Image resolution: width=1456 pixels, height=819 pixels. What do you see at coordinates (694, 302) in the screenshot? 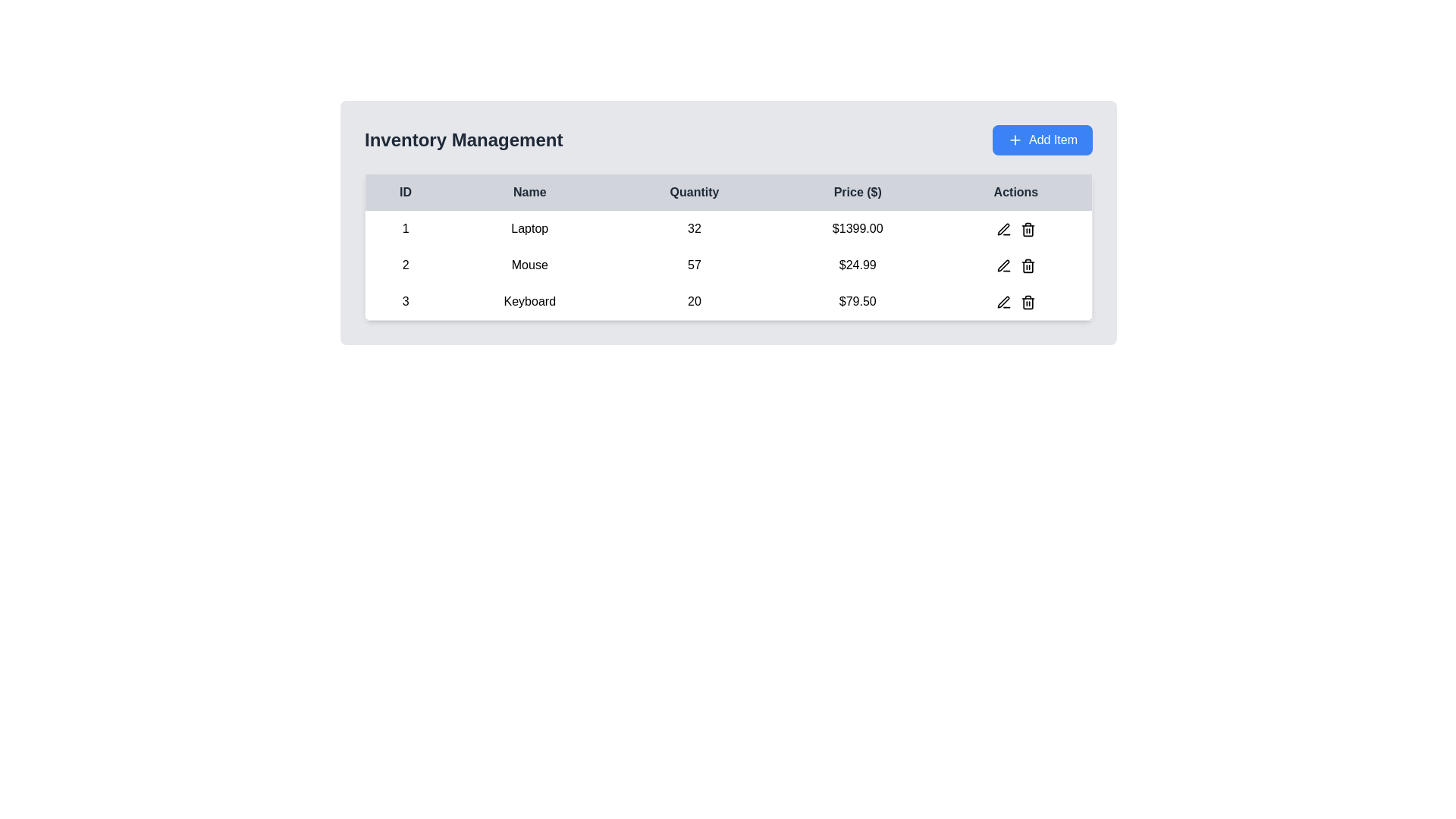
I see `the text label displaying the number '20' in the third cell of the row detailing the item 'Keyboard'` at bounding box center [694, 302].